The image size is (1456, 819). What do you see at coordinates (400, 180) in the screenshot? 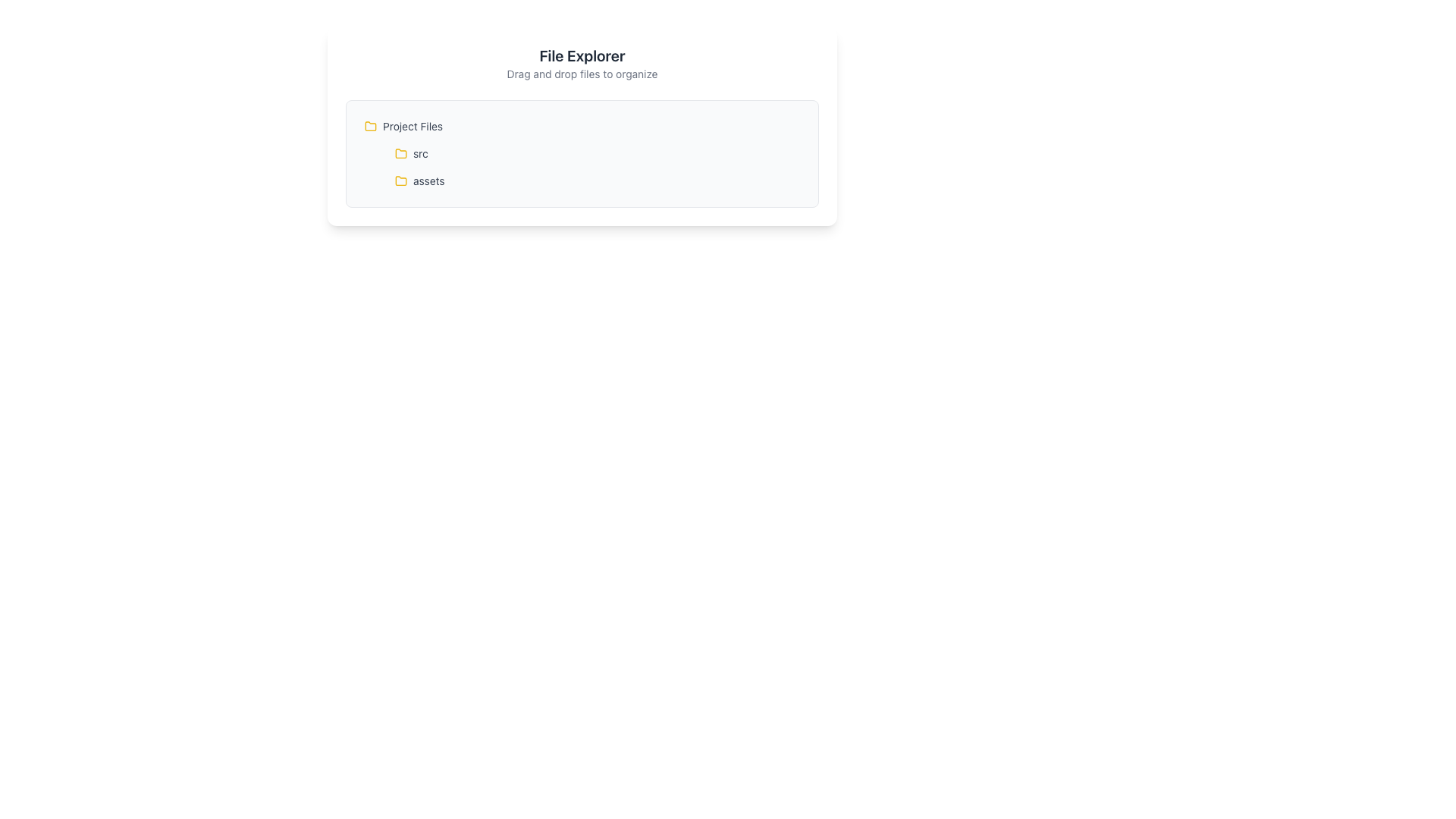
I see `the yellow folder icon within the 'assets' entry in the 'File Explorer'` at bounding box center [400, 180].